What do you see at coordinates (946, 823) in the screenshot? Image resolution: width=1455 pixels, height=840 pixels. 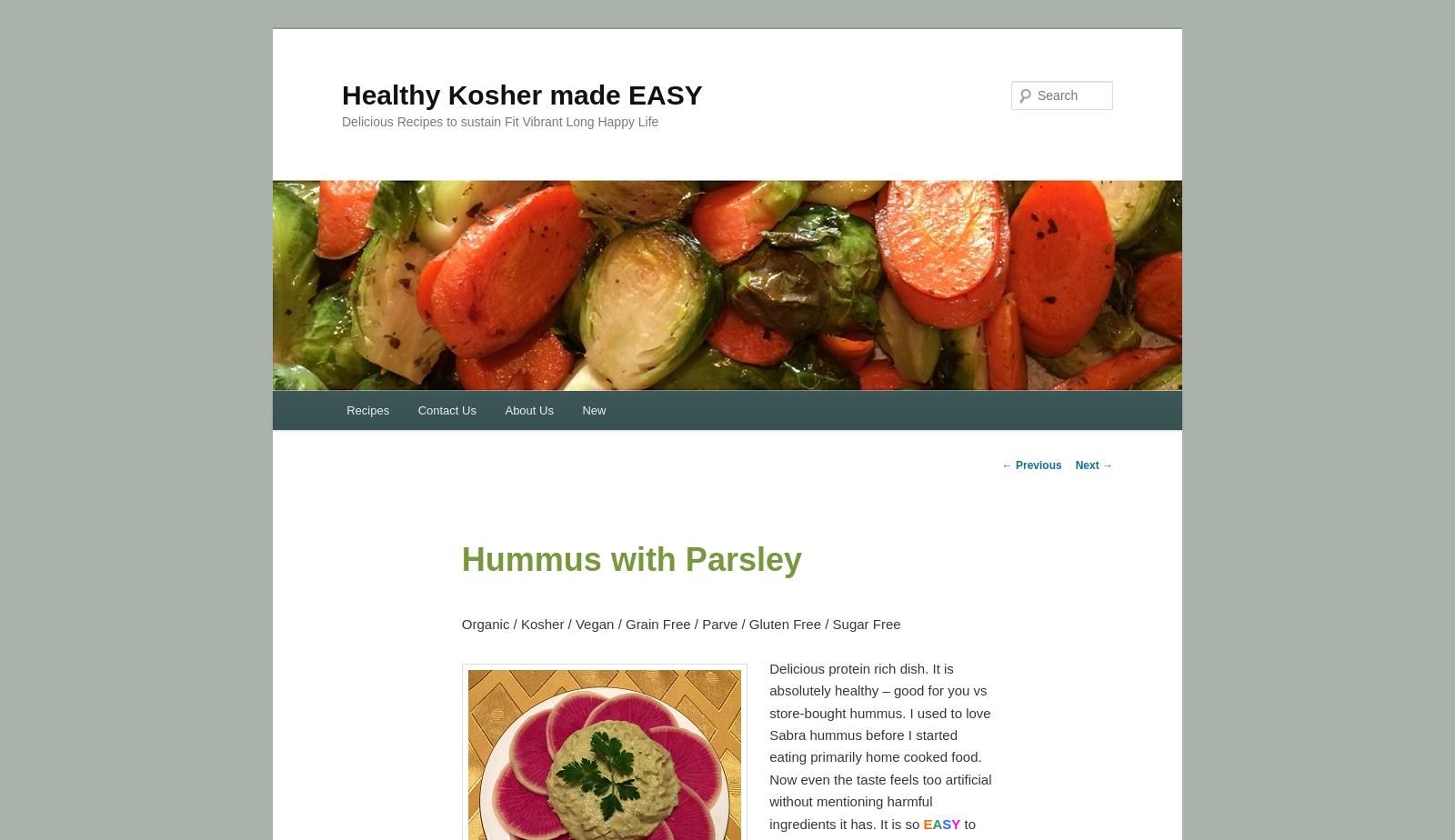 I see `'S'` at bounding box center [946, 823].